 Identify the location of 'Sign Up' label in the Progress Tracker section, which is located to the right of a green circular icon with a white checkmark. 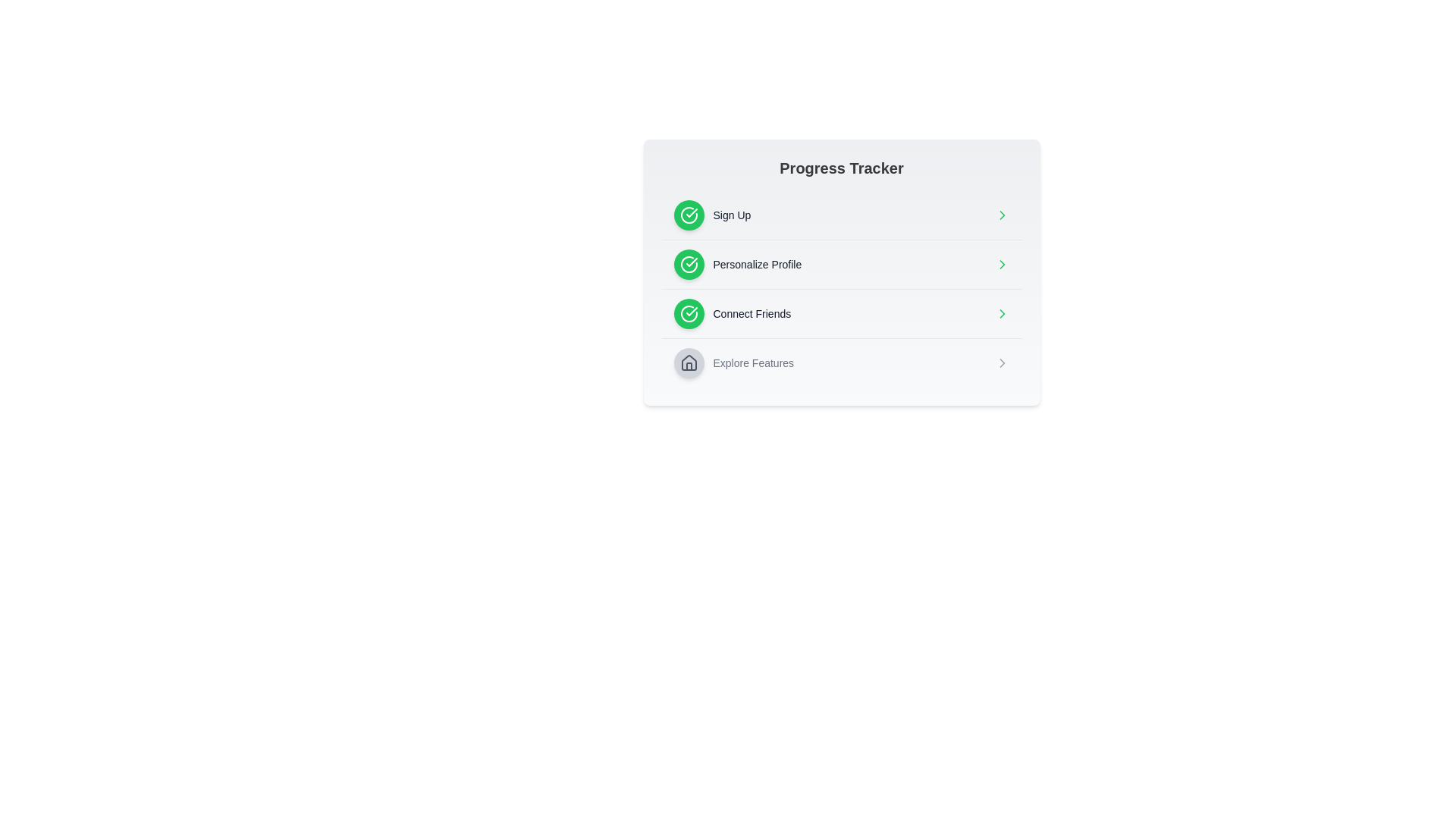
(732, 215).